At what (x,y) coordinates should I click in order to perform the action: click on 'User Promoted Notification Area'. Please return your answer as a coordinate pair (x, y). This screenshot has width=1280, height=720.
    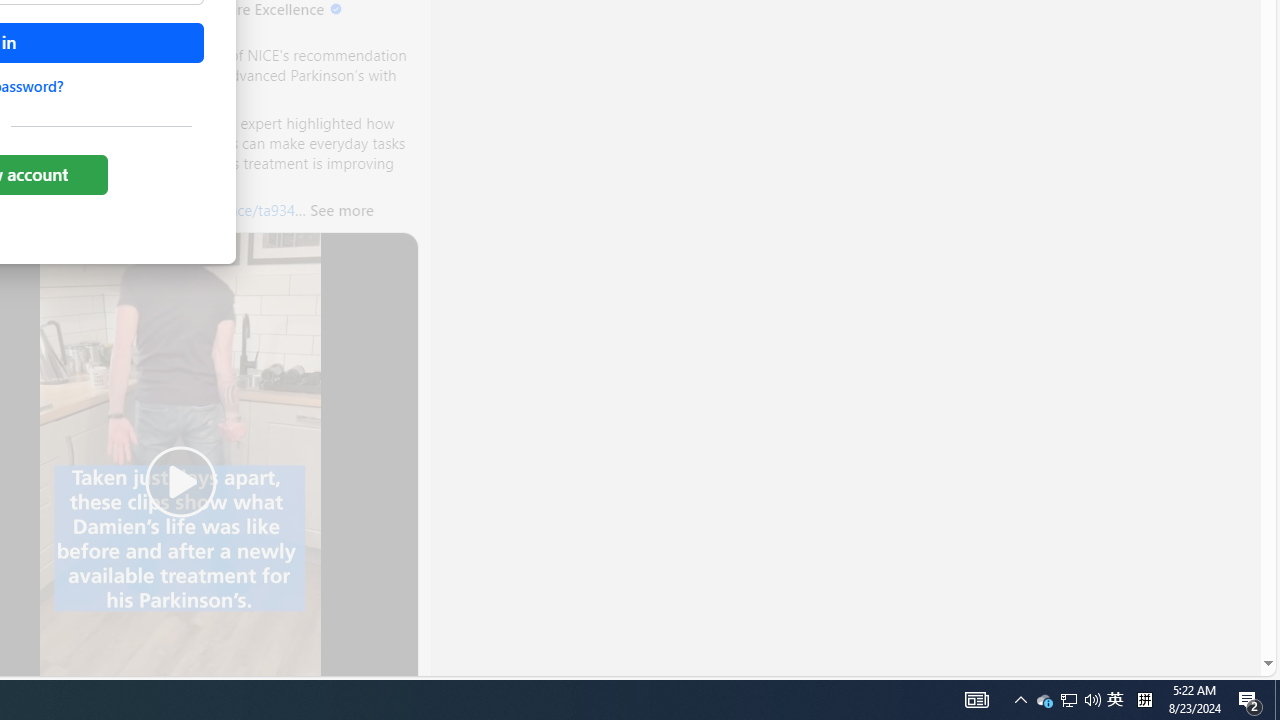
    Looking at the image, I should click on (1068, 698).